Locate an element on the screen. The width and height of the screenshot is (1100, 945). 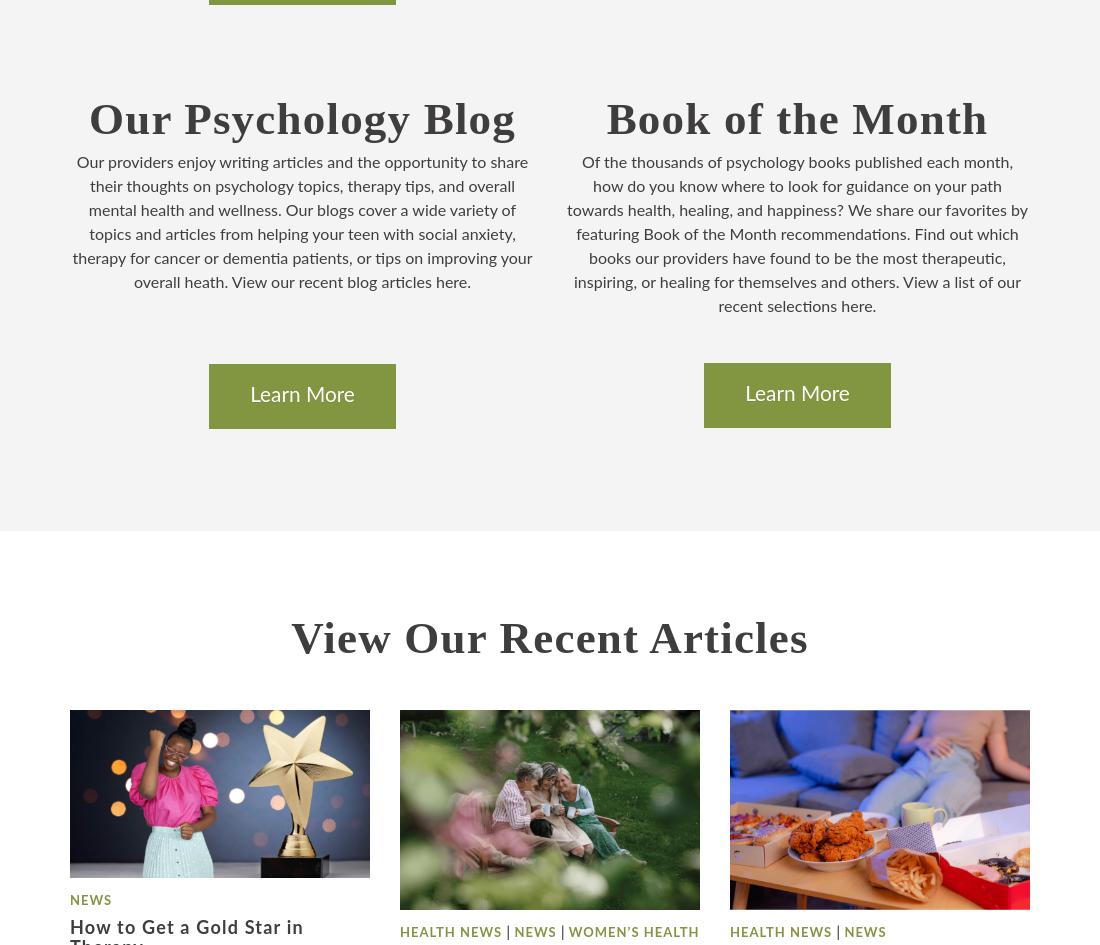
'Book of the Month' is located at coordinates (796, 117).